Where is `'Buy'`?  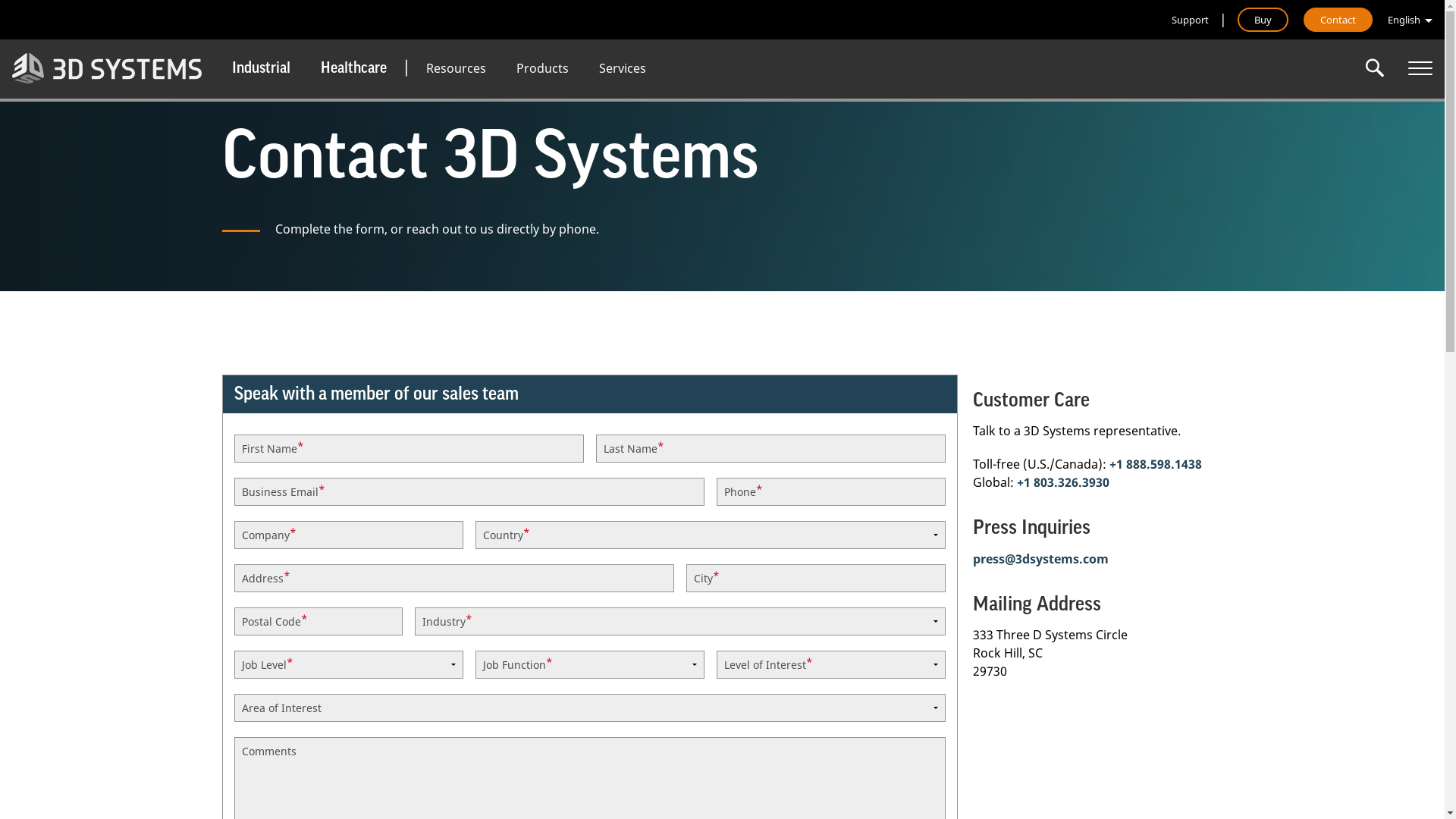
'Buy' is located at coordinates (1238, 20).